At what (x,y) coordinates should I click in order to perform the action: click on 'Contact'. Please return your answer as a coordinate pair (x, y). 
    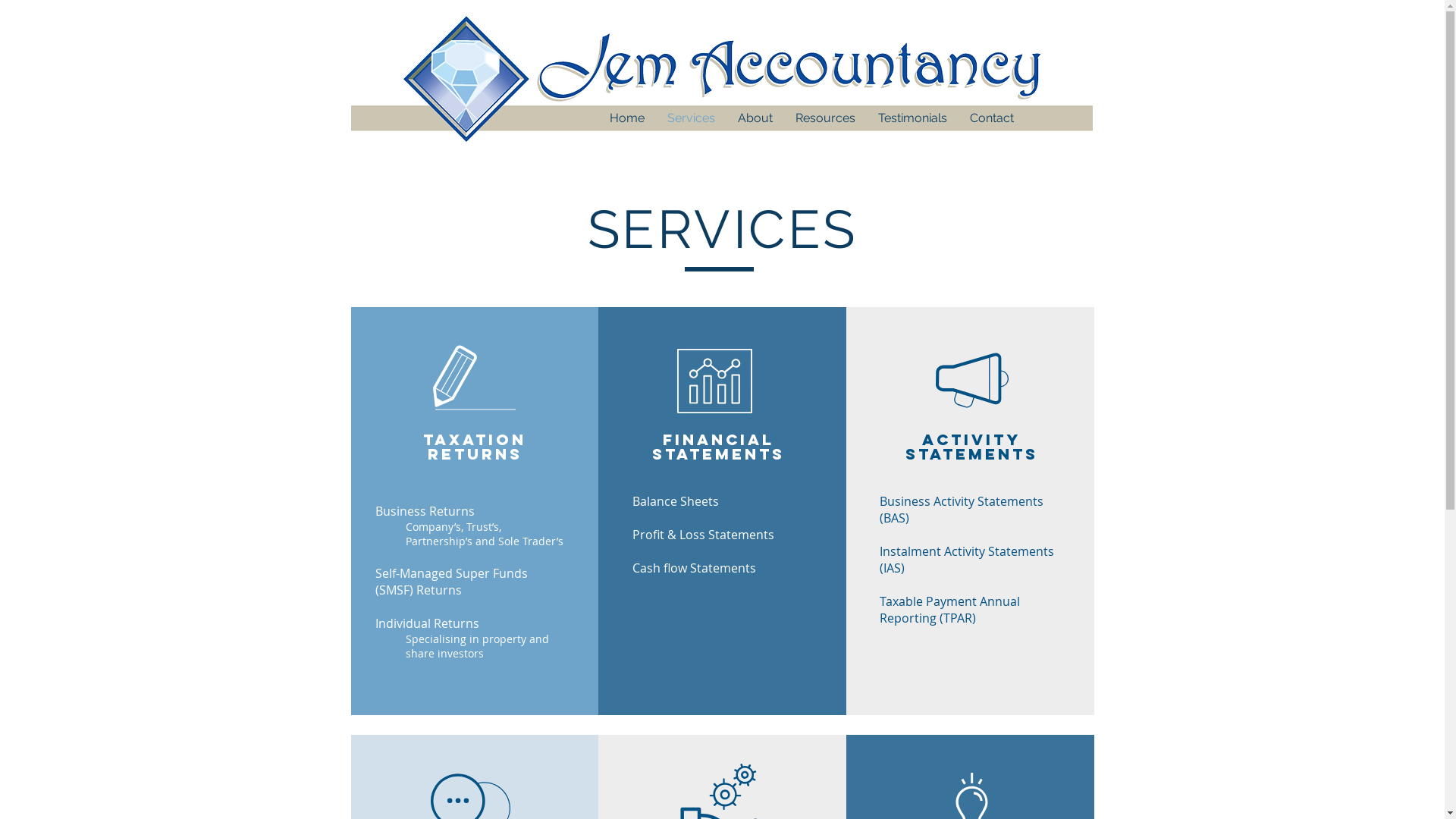
    Looking at the image, I should click on (957, 117).